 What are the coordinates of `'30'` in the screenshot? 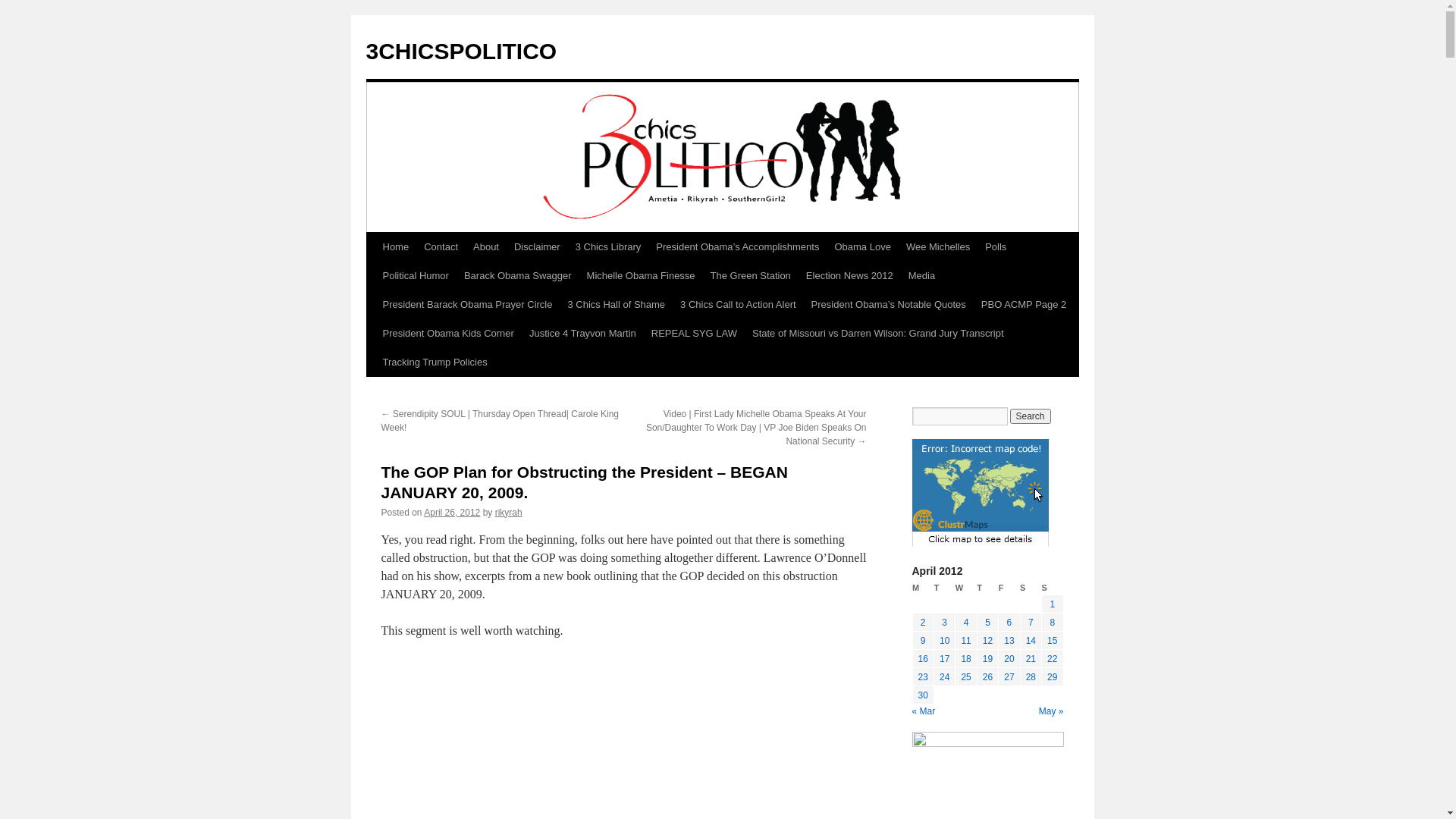 It's located at (922, 695).